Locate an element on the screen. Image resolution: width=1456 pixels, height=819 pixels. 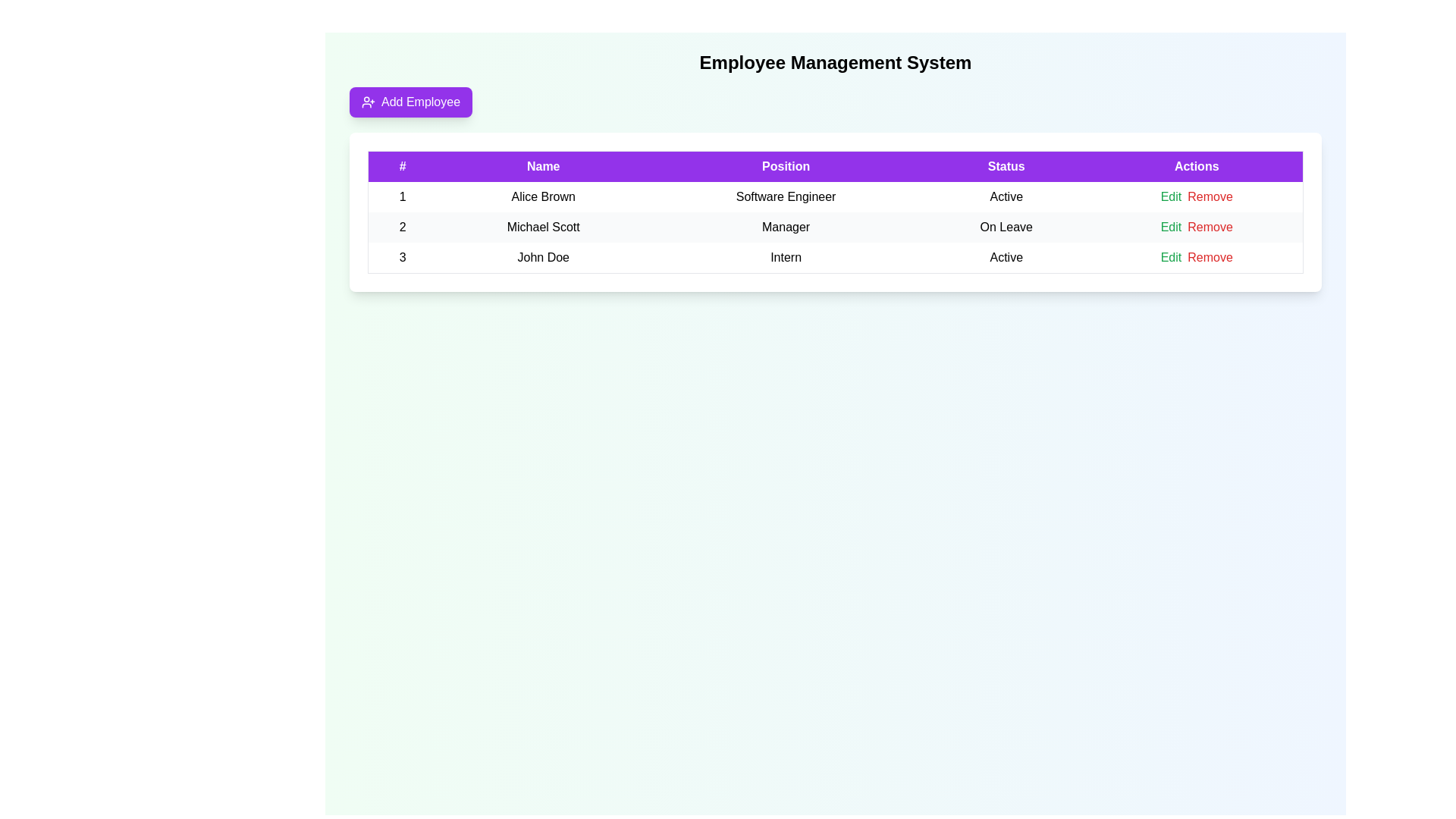
the static text element that serves as the row identifier for 'John Doe' in the first column of the third row of the table is located at coordinates (402, 257).